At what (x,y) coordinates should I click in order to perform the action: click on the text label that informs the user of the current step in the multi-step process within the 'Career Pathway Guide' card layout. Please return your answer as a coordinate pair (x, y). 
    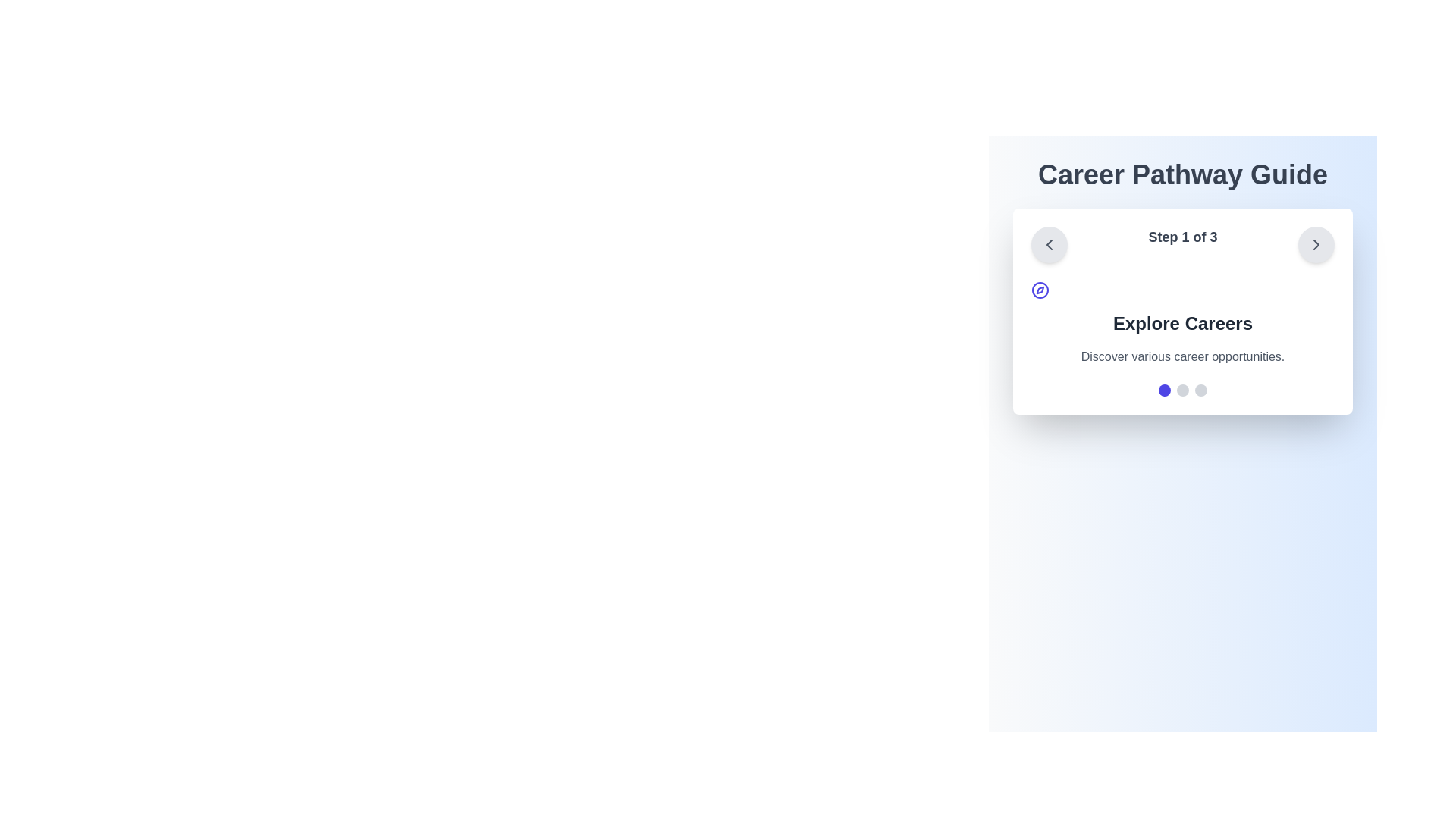
    Looking at the image, I should click on (1182, 244).